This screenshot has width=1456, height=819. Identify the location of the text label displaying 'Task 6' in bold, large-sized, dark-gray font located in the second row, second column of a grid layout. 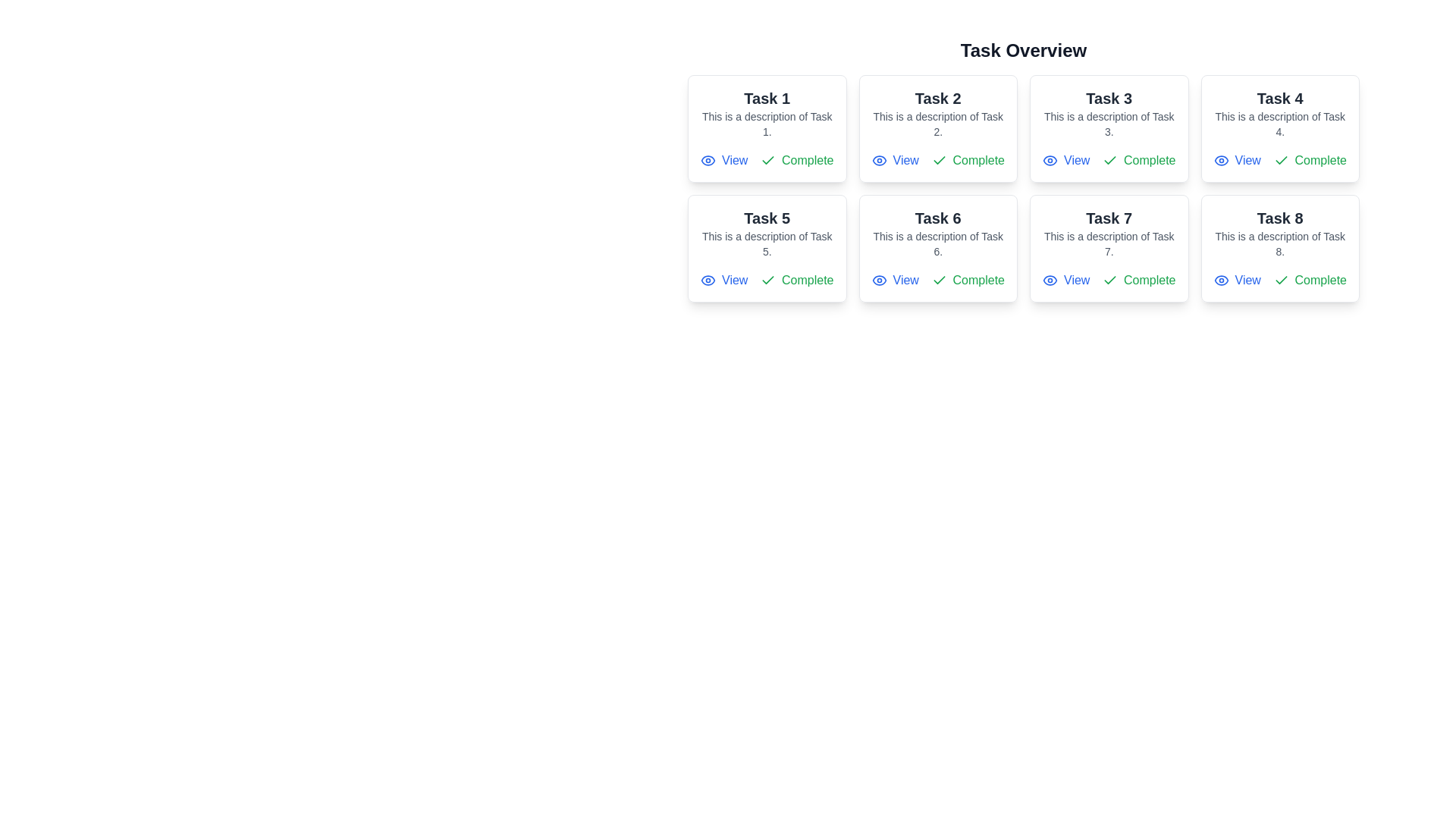
(937, 218).